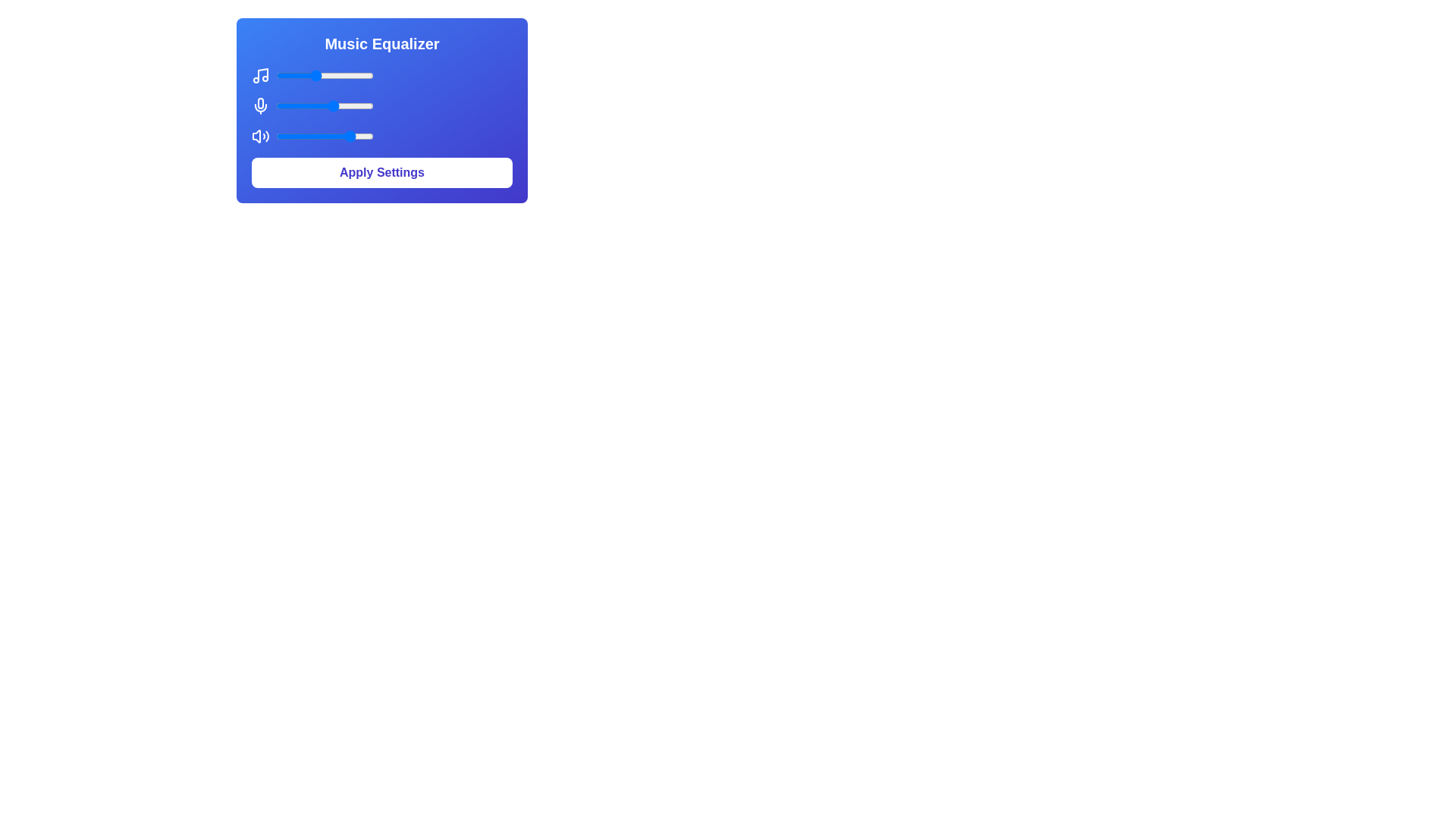 The width and height of the screenshot is (1456, 819). What do you see at coordinates (281, 105) in the screenshot?
I see `the slider value` at bounding box center [281, 105].